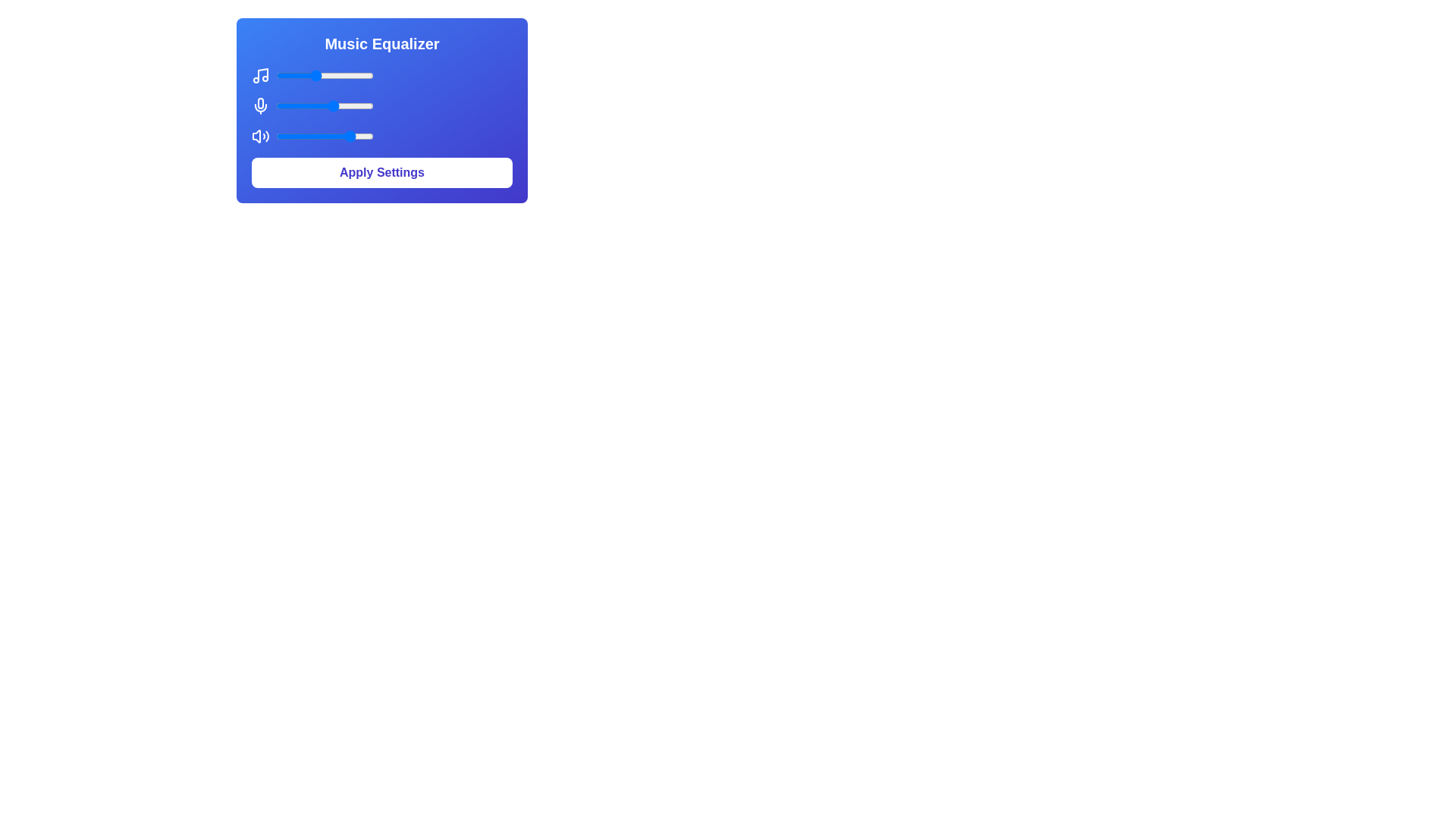 The width and height of the screenshot is (1456, 819). What do you see at coordinates (281, 105) in the screenshot?
I see `the slider value` at bounding box center [281, 105].